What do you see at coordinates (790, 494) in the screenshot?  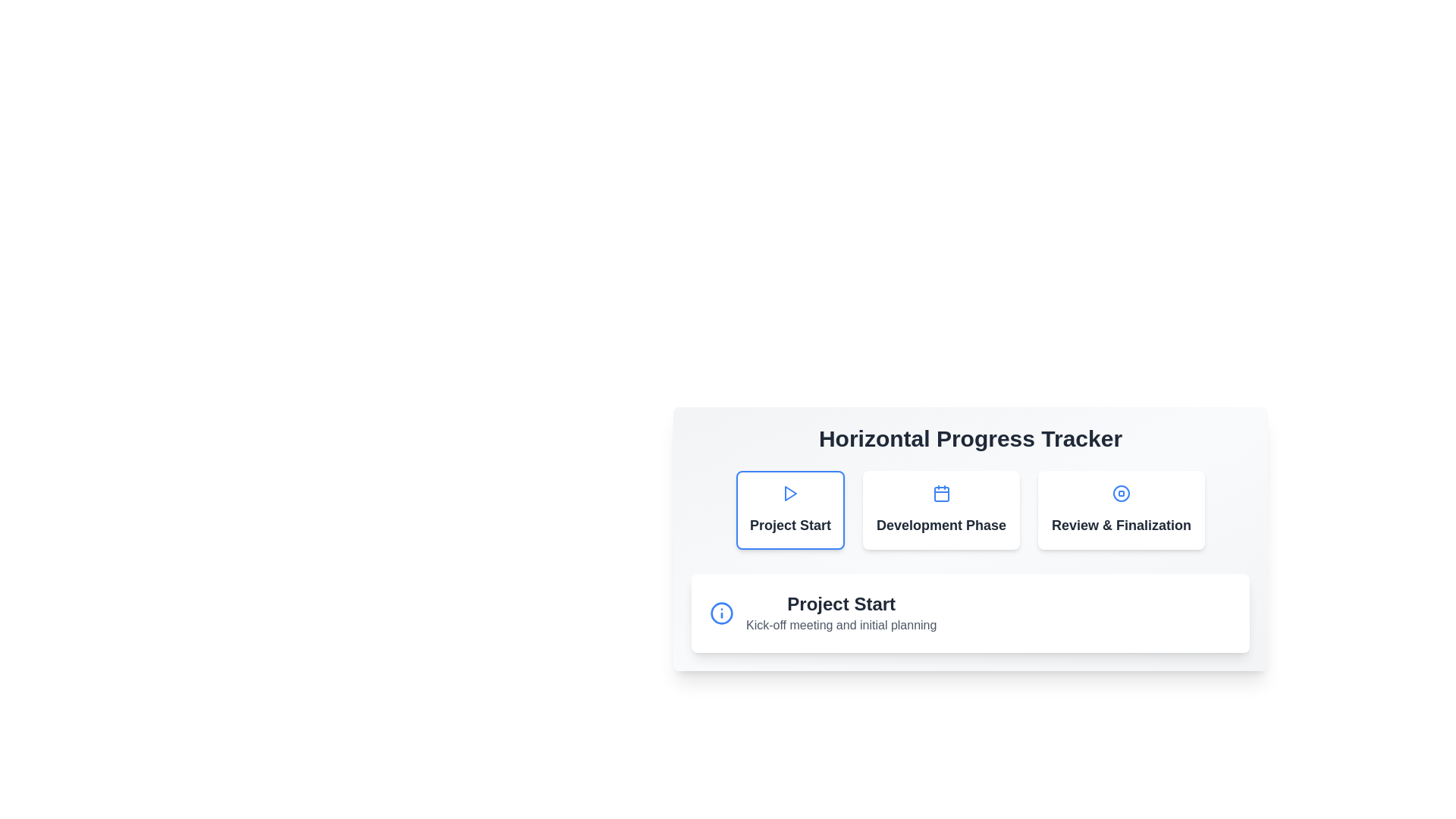 I see `the triangular-shaped play button icon in the progress tracker` at bounding box center [790, 494].